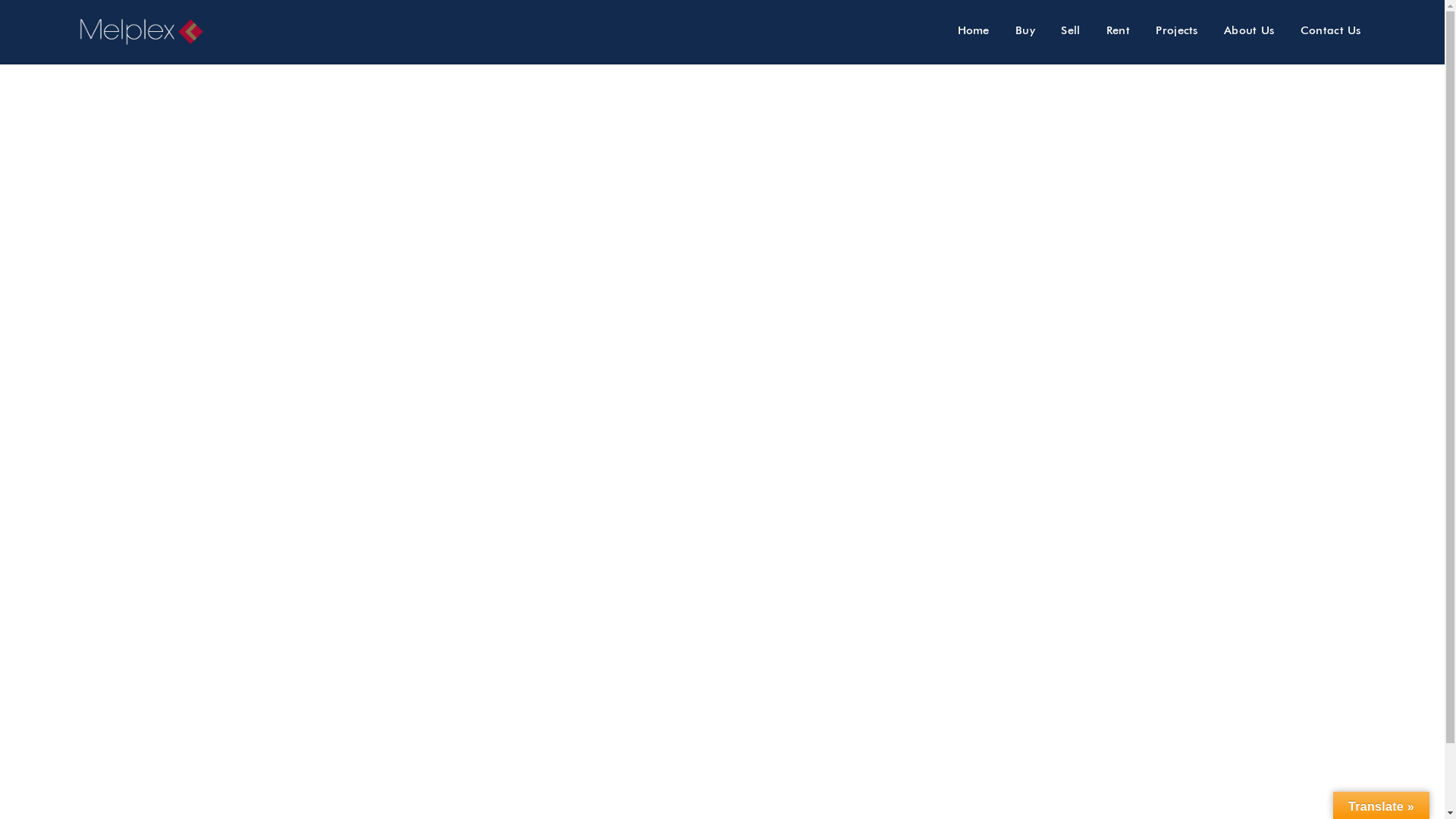 This screenshot has height=819, width=1456. What do you see at coordinates (1248, 30) in the screenshot?
I see `'About Us'` at bounding box center [1248, 30].